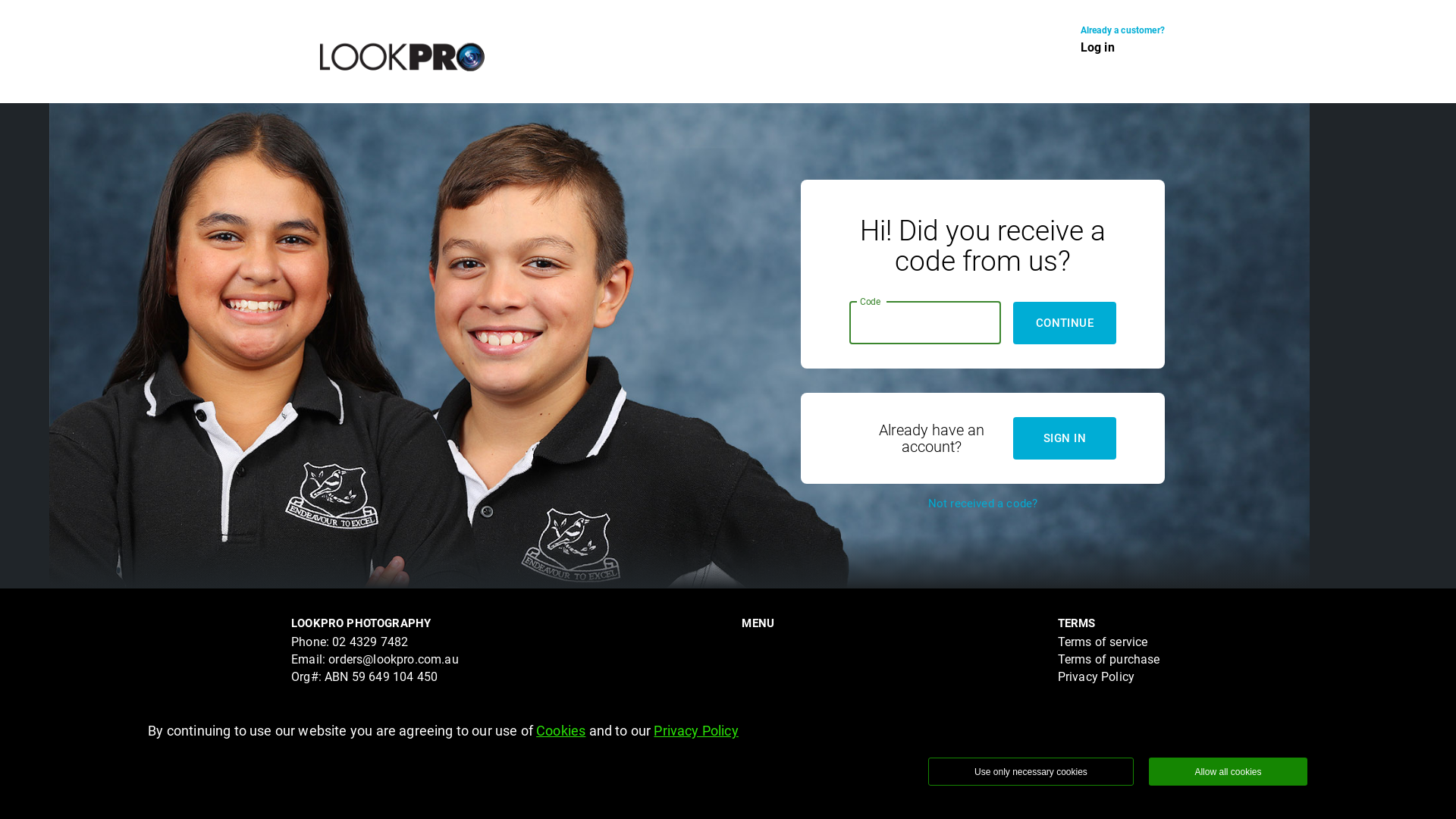 This screenshot has height=819, width=1456. Describe the element at coordinates (1063, 438) in the screenshot. I see `'SIGN IN'` at that location.